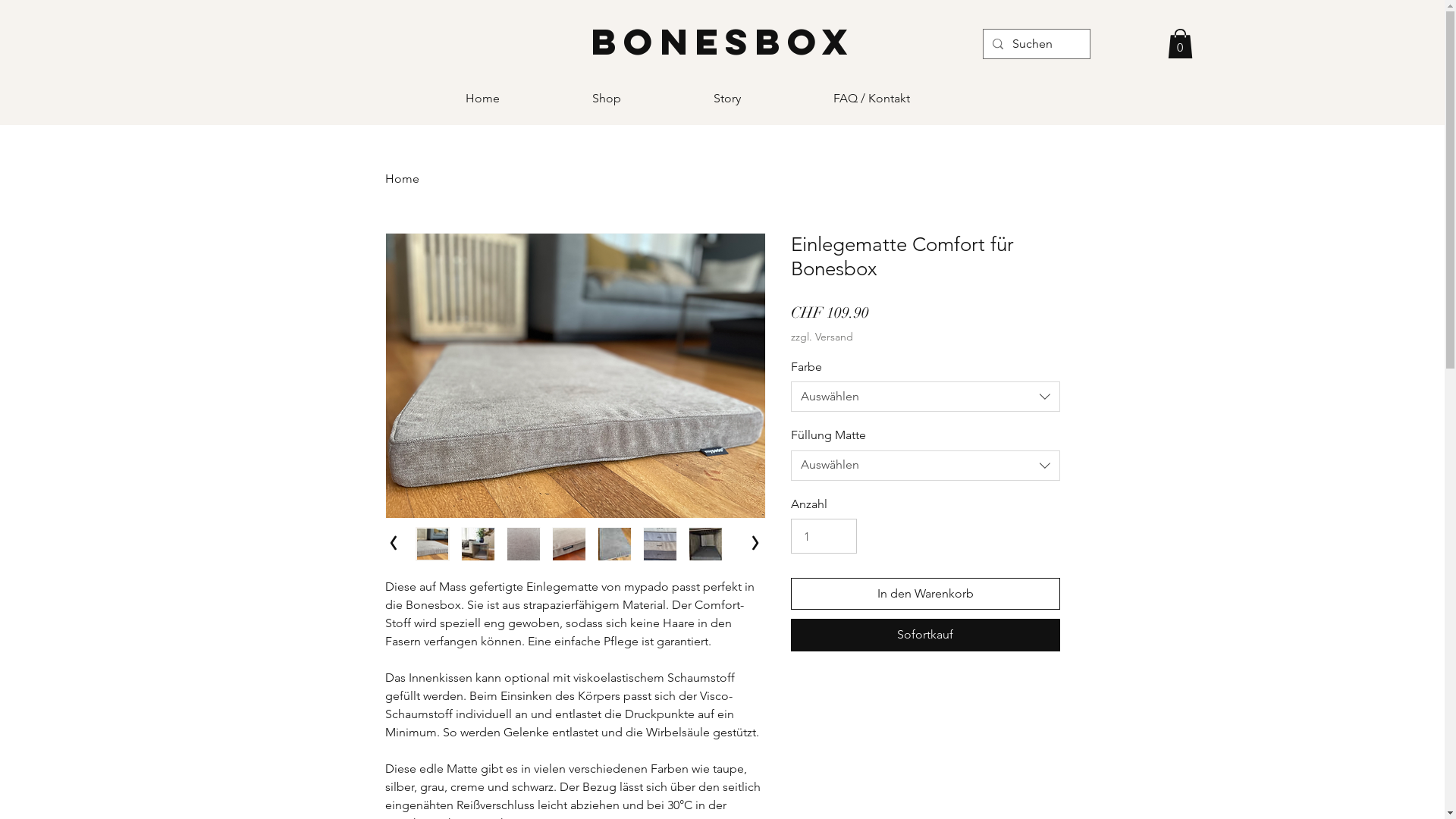 This screenshot has width=1456, height=819. I want to click on '0', so click(1179, 42).